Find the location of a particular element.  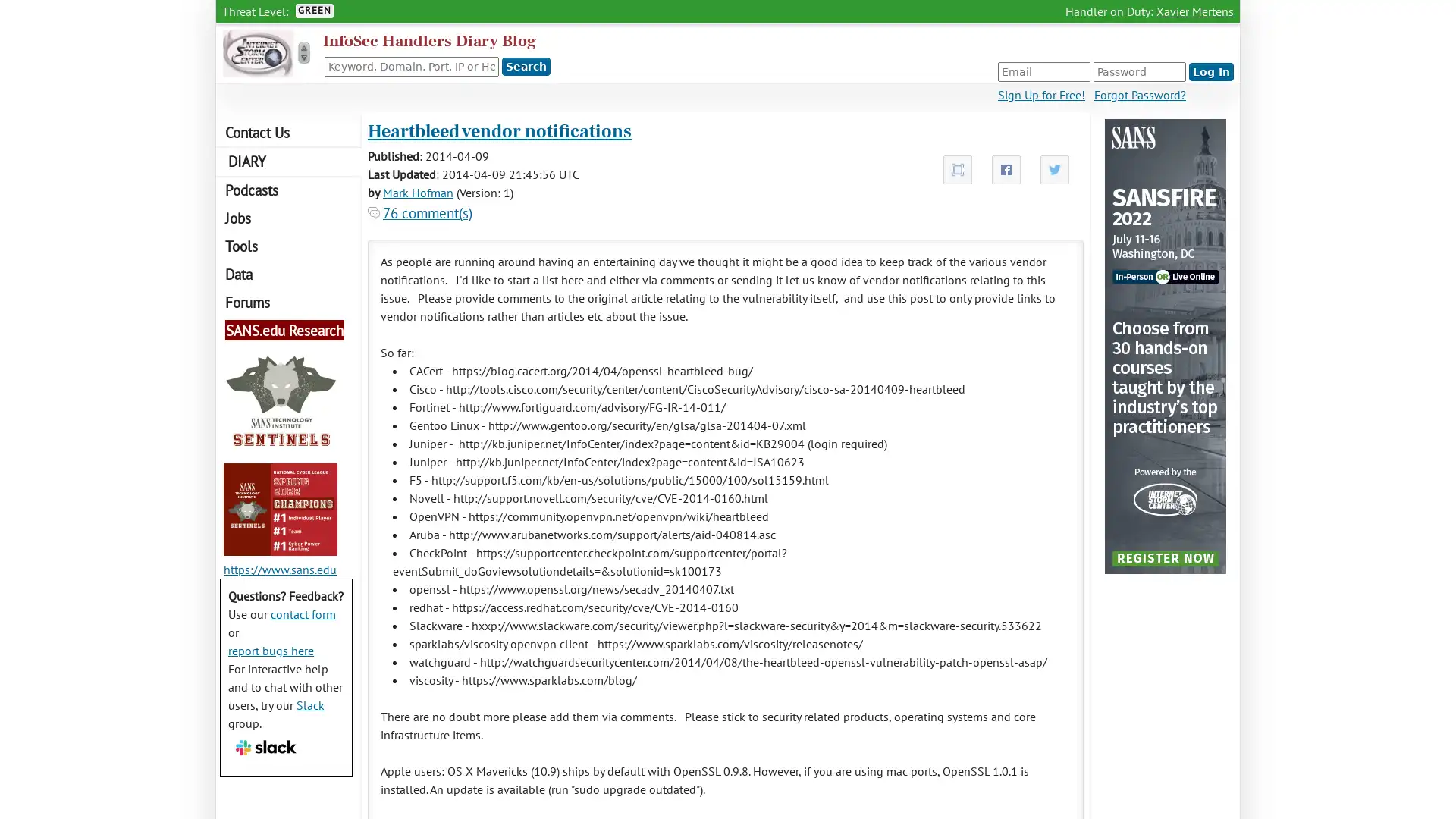

Search is located at coordinates (526, 66).